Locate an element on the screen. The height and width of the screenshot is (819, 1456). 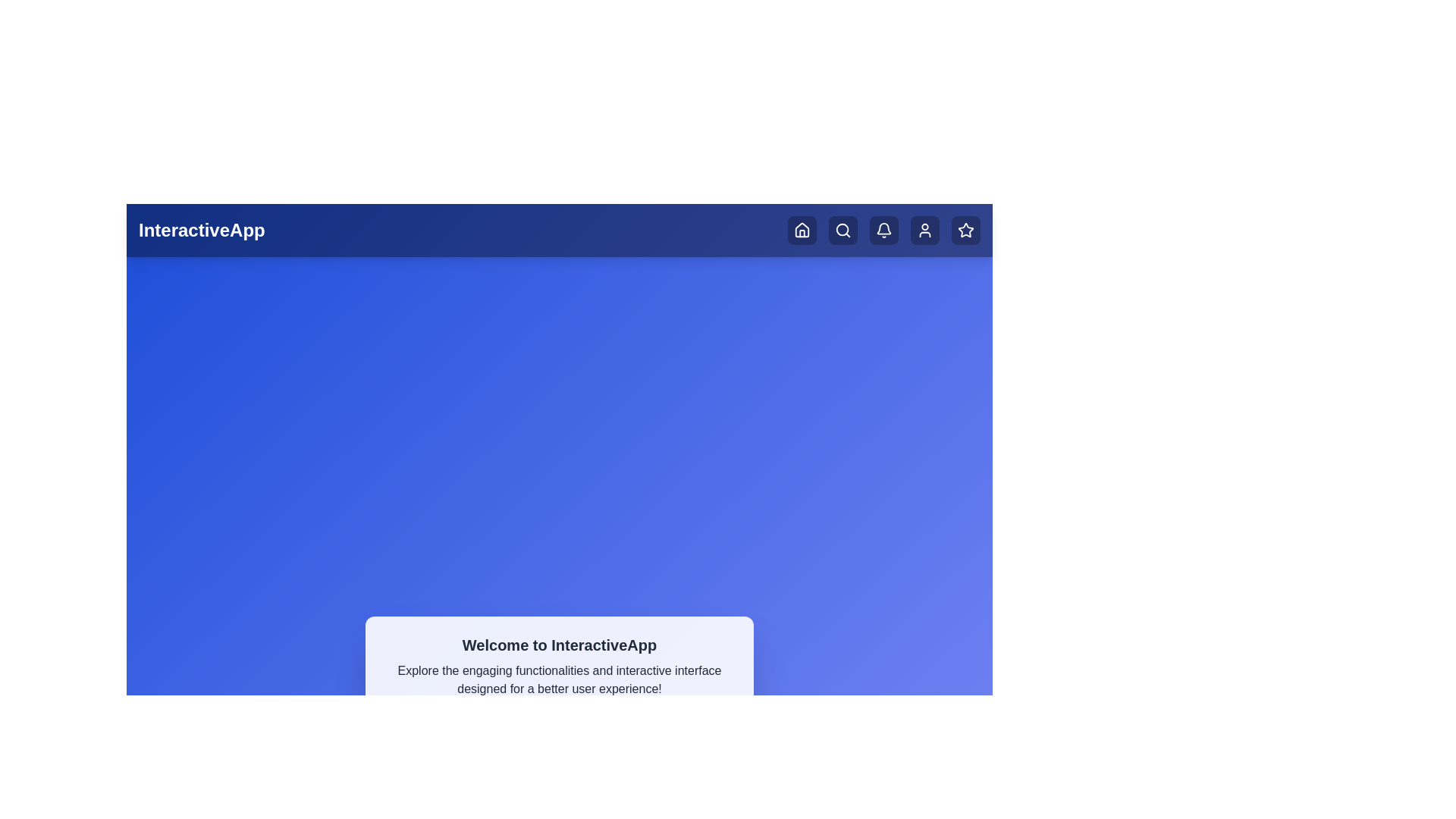
the home navigation button to navigate to the respective section is located at coordinates (801, 231).